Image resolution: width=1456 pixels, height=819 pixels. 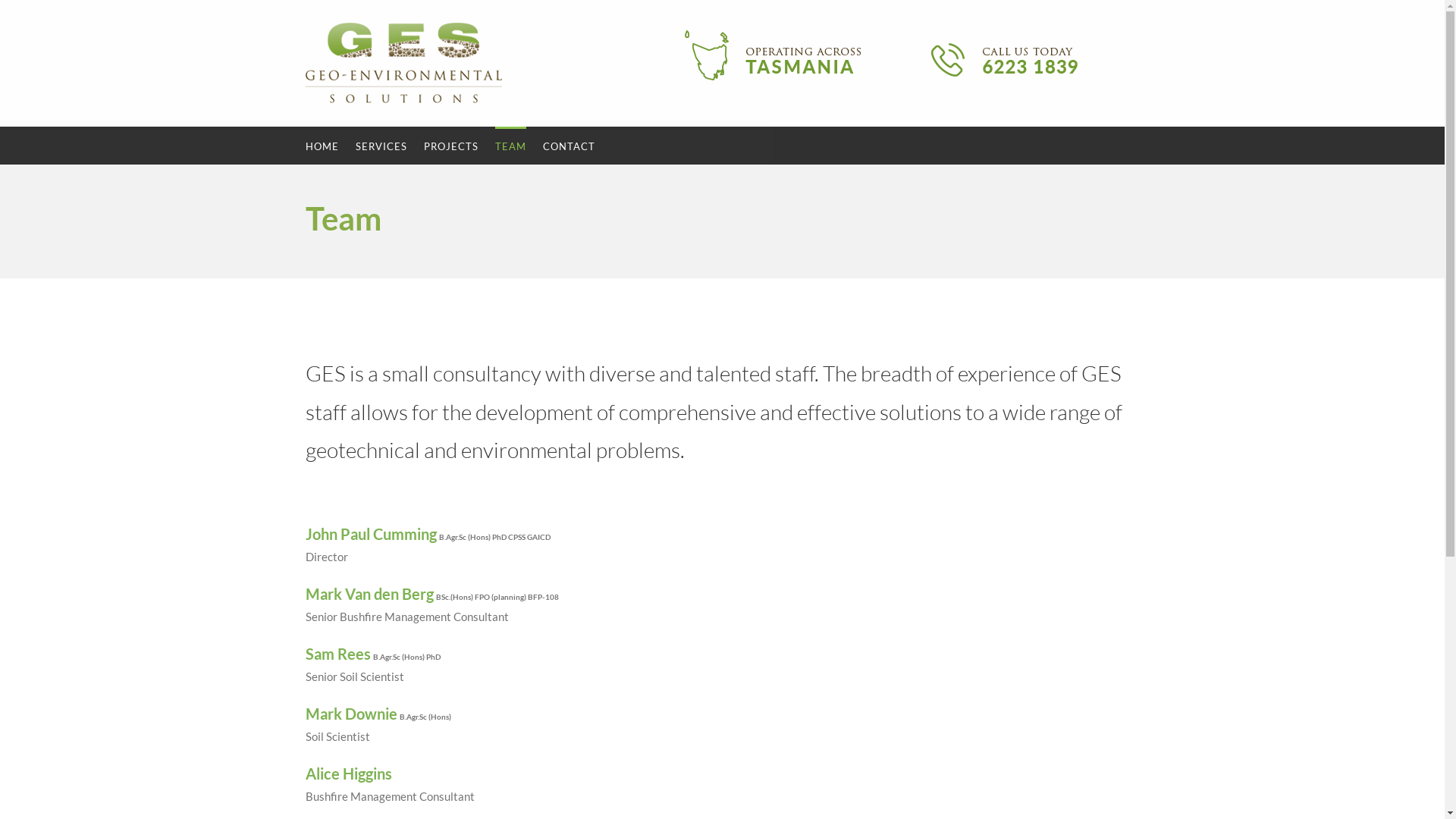 What do you see at coordinates (381, 146) in the screenshot?
I see `'SERVICES'` at bounding box center [381, 146].